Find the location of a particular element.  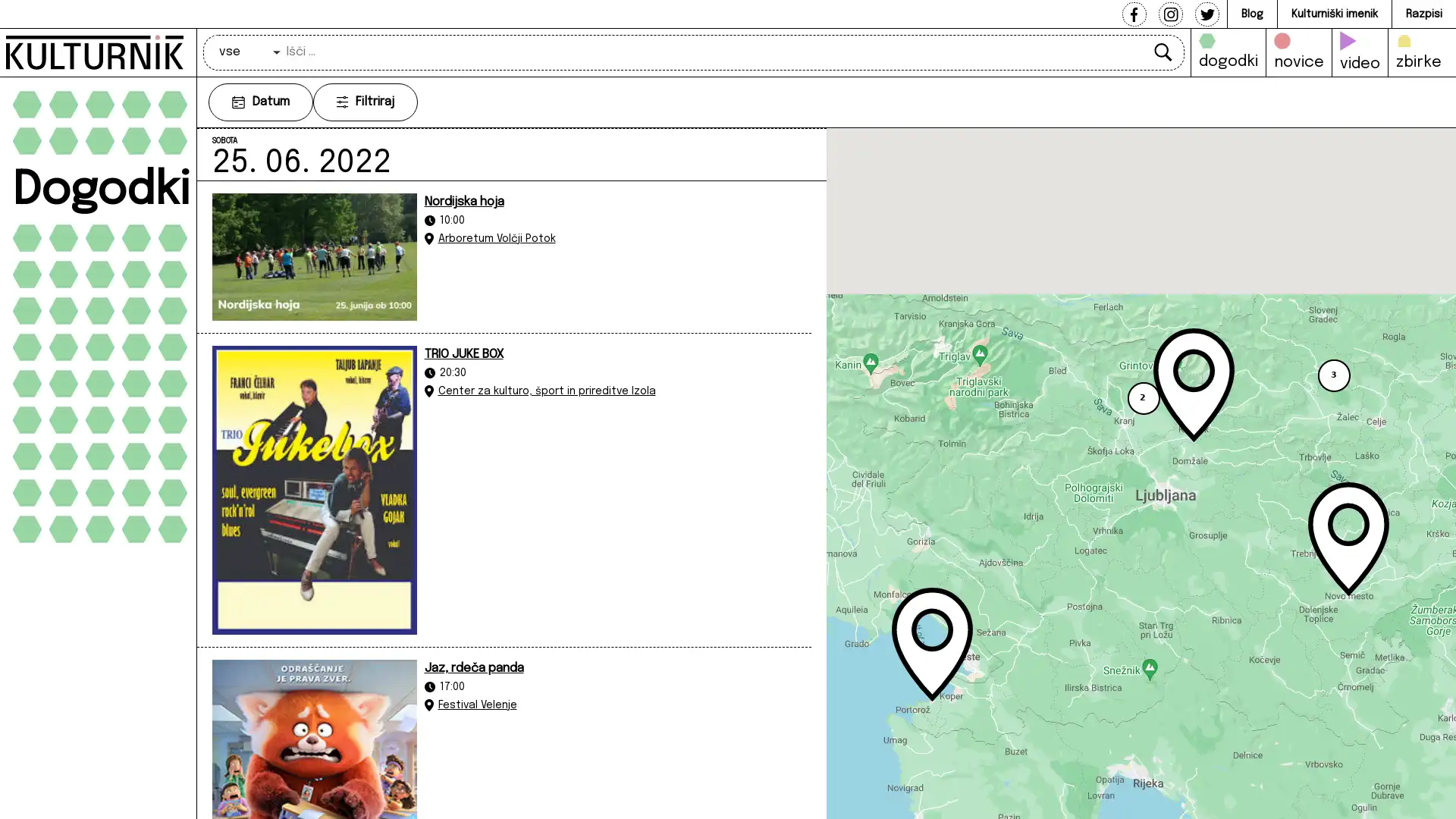

Datum is located at coordinates (261, 102).